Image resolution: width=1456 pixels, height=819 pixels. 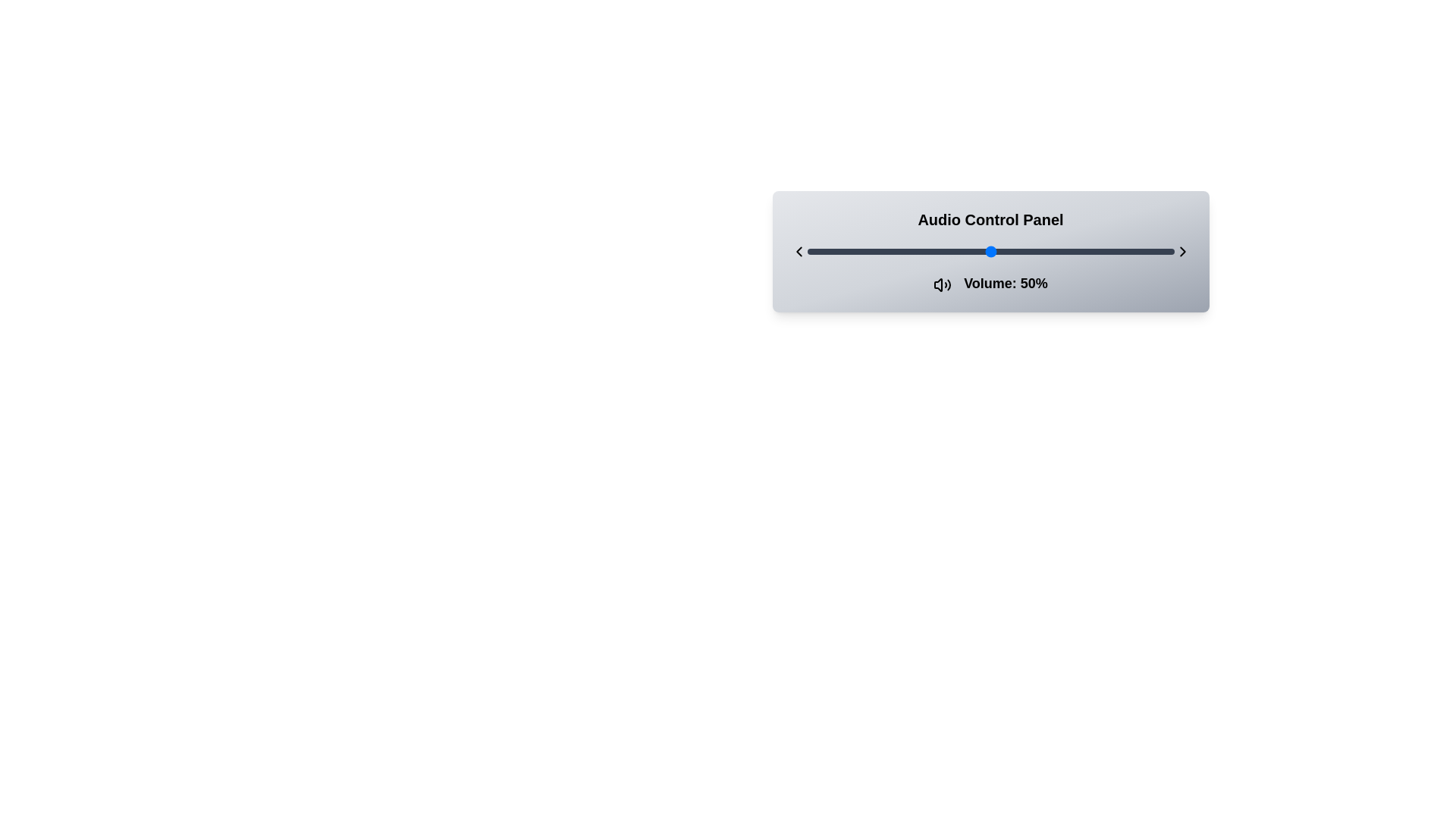 What do you see at coordinates (858, 250) in the screenshot?
I see `the volume` at bounding box center [858, 250].